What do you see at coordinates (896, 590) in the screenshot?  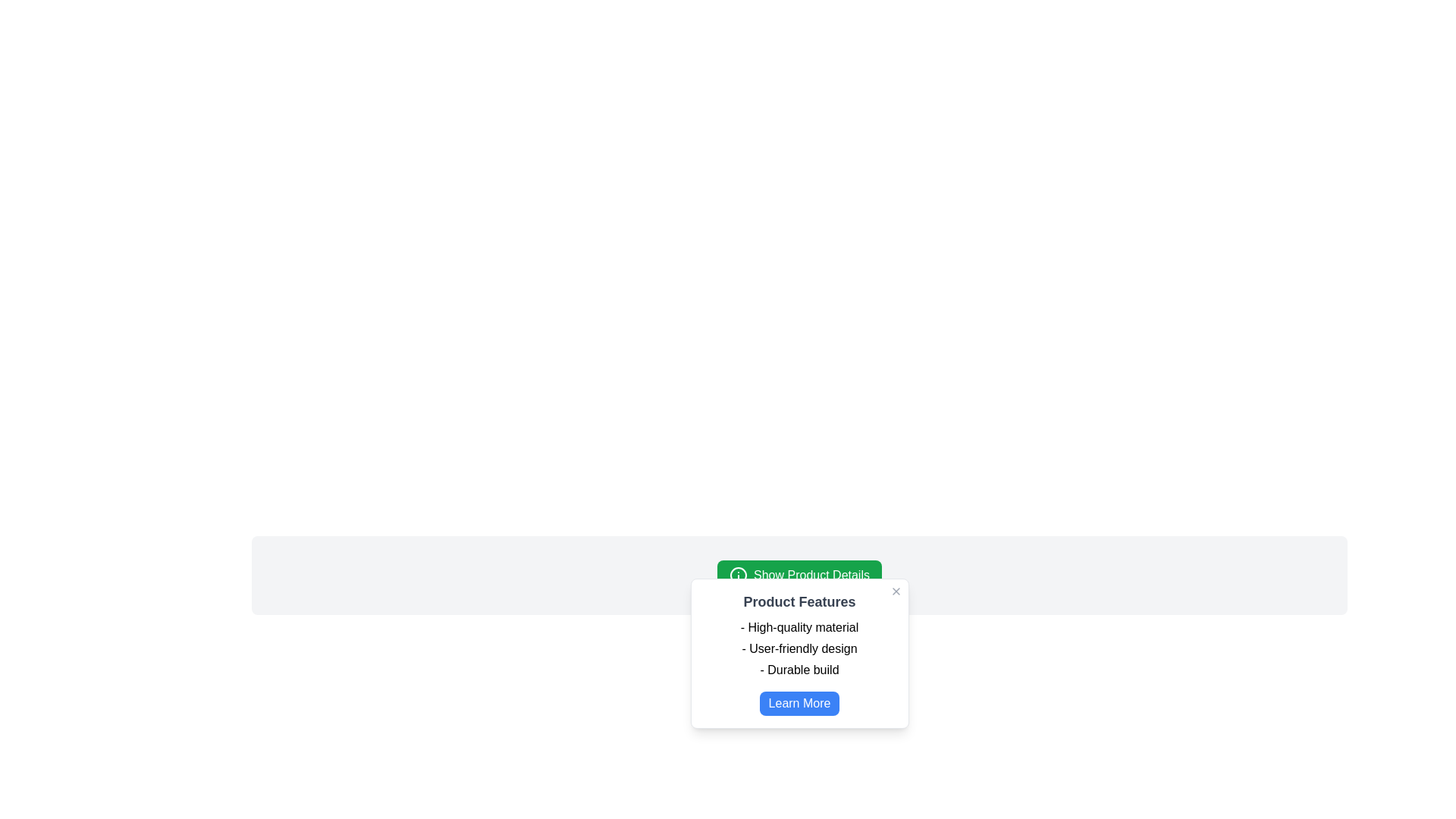 I see `the close button located in the top-right corner of the product features box to change its color` at bounding box center [896, 590].